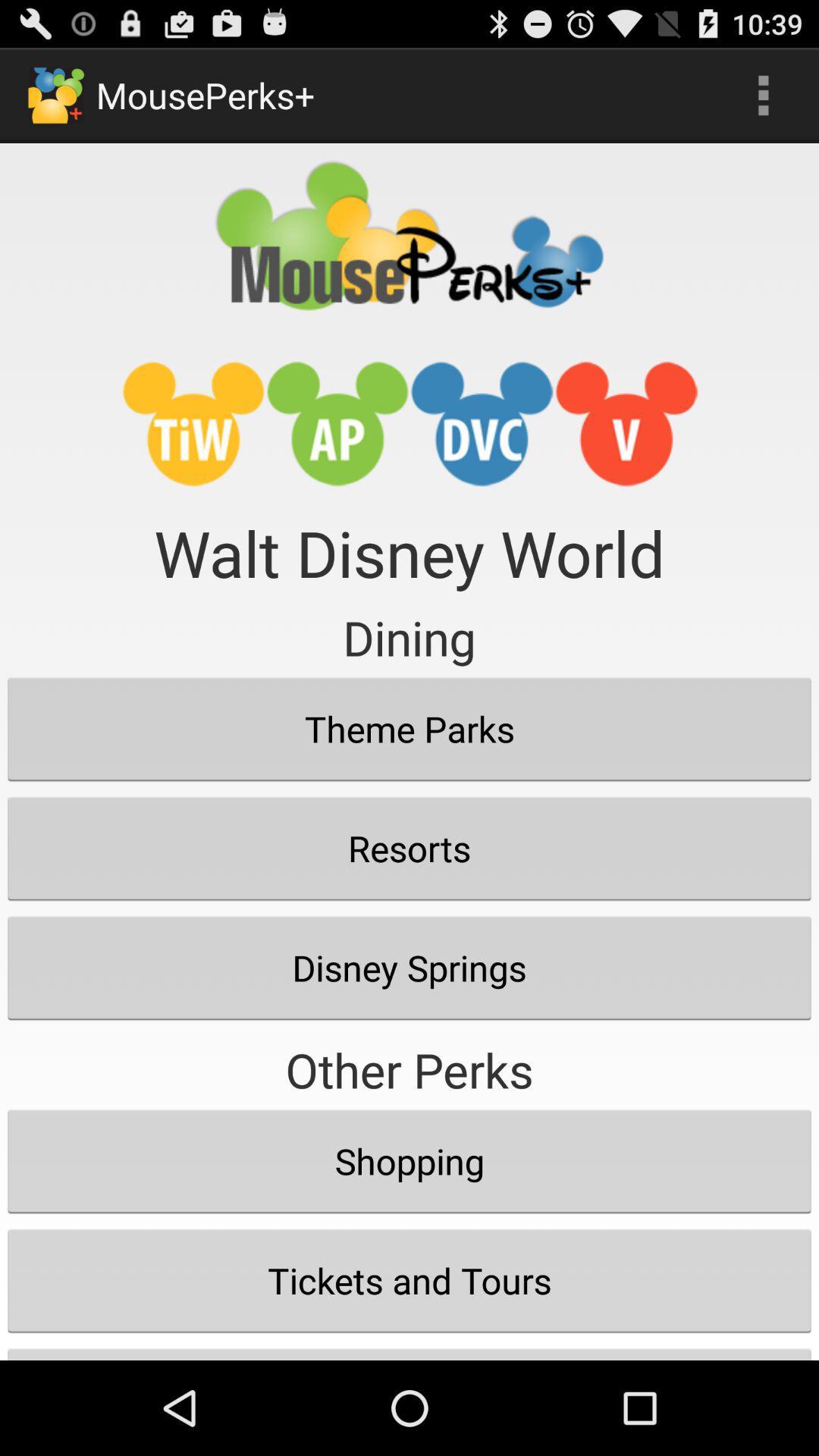 The image size is (819, 1456). What do you see at coordinates (409, 729) in the screenshot?
I see `the theme parks item` at bounding box center [409, 729].